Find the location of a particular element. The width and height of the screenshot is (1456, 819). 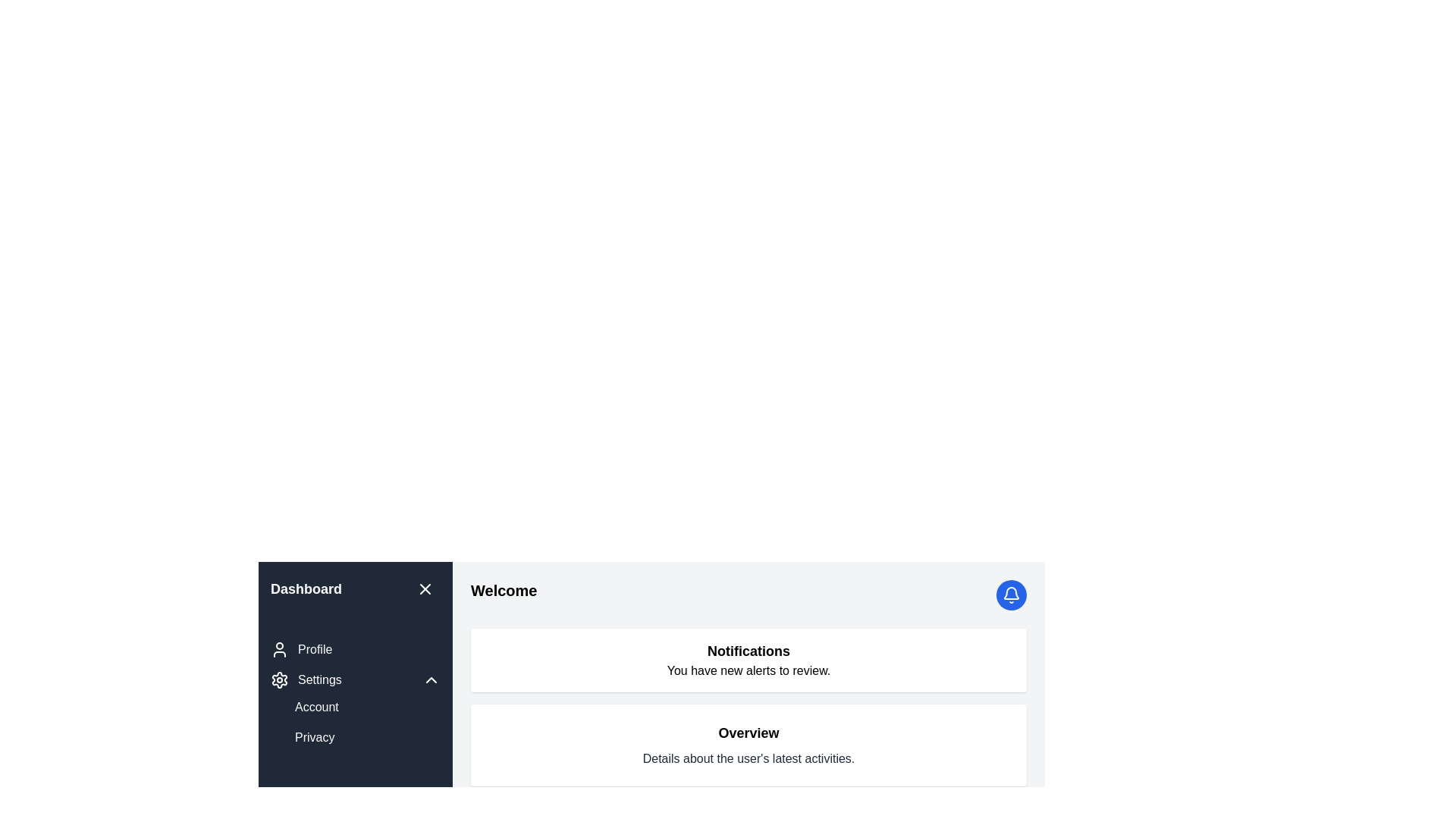

the 'Privacy' button, which is styled as a clickable menu item in the dark sidebar, located under the 'Account' section is located at coordinates (313, 736).